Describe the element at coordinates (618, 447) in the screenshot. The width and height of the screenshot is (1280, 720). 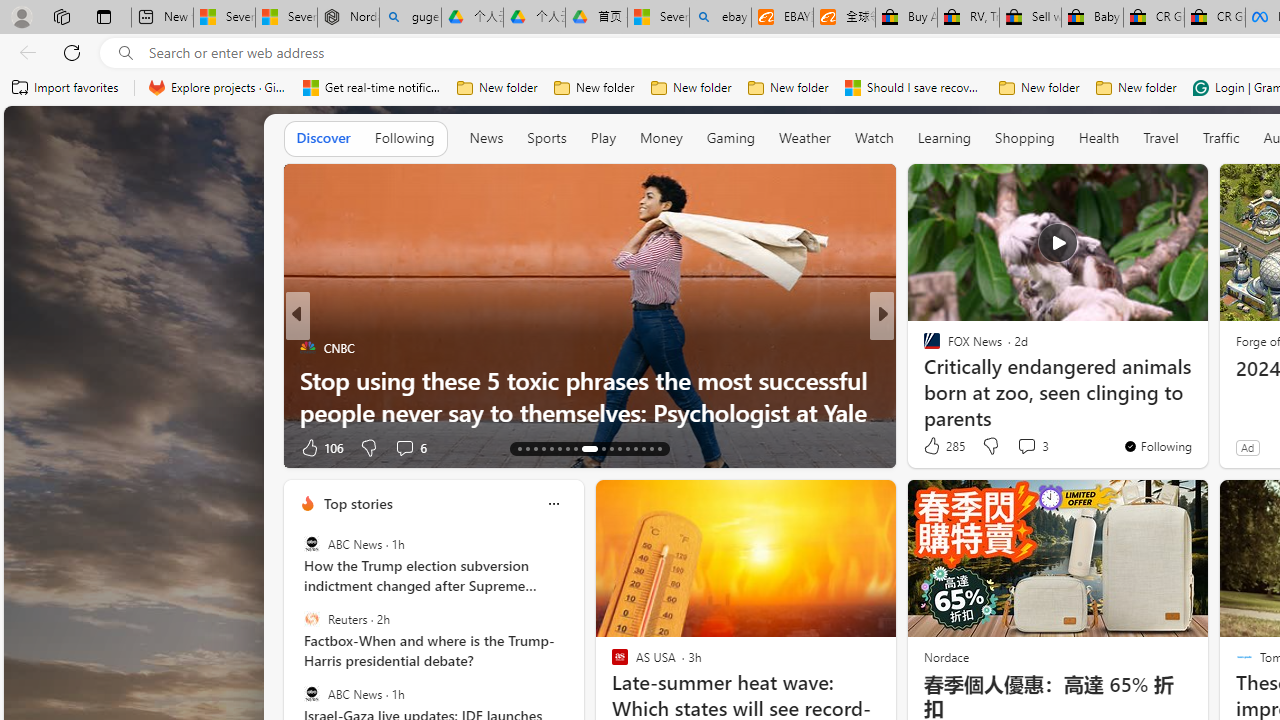
I see `'AutomationID: tab-24'` at that location.